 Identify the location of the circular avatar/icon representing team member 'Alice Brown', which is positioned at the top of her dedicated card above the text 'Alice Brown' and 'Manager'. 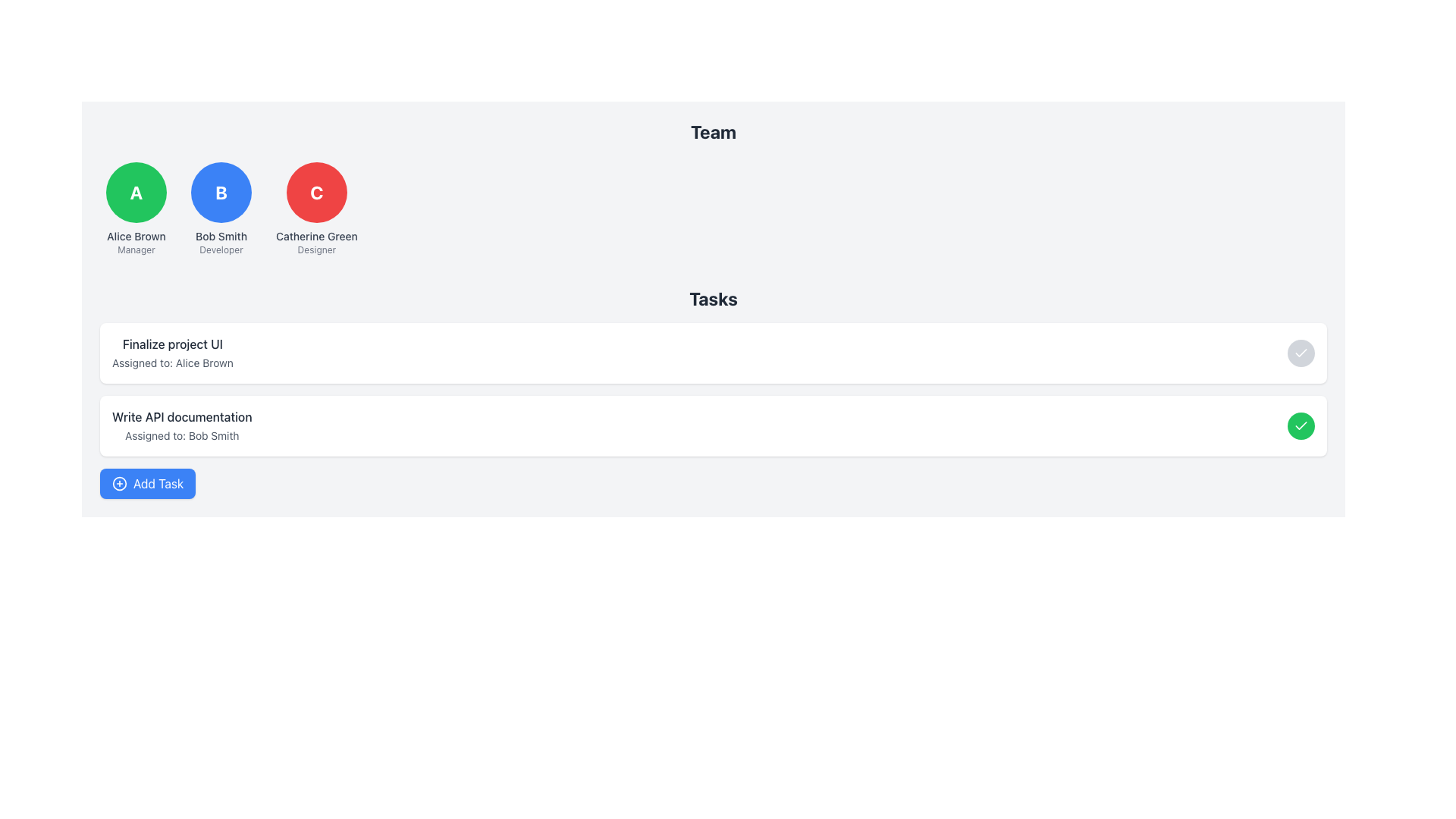
(136, 192).